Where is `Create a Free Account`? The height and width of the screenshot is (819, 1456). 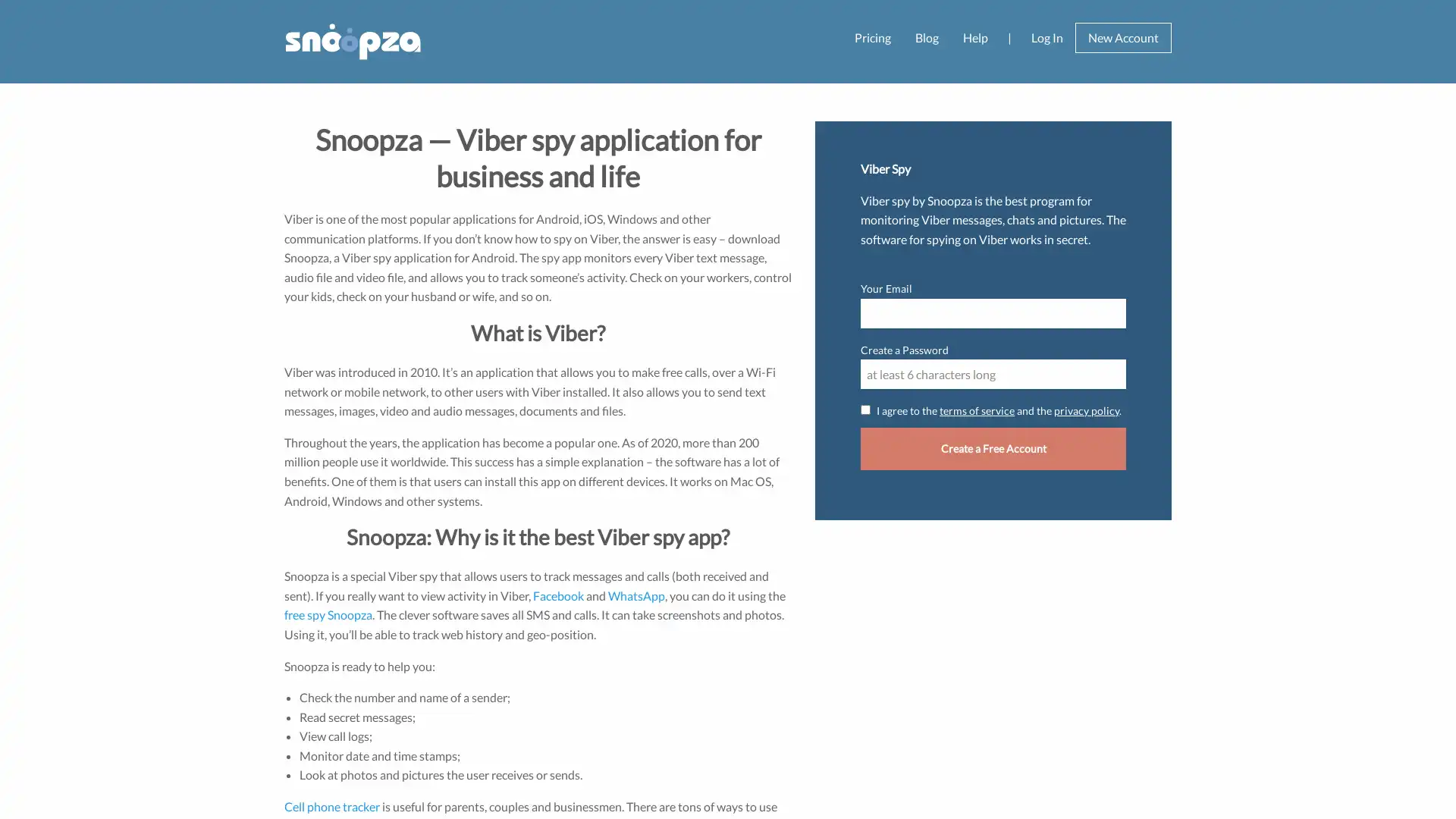 Create a Free Account is located at coordinates (993, 447).